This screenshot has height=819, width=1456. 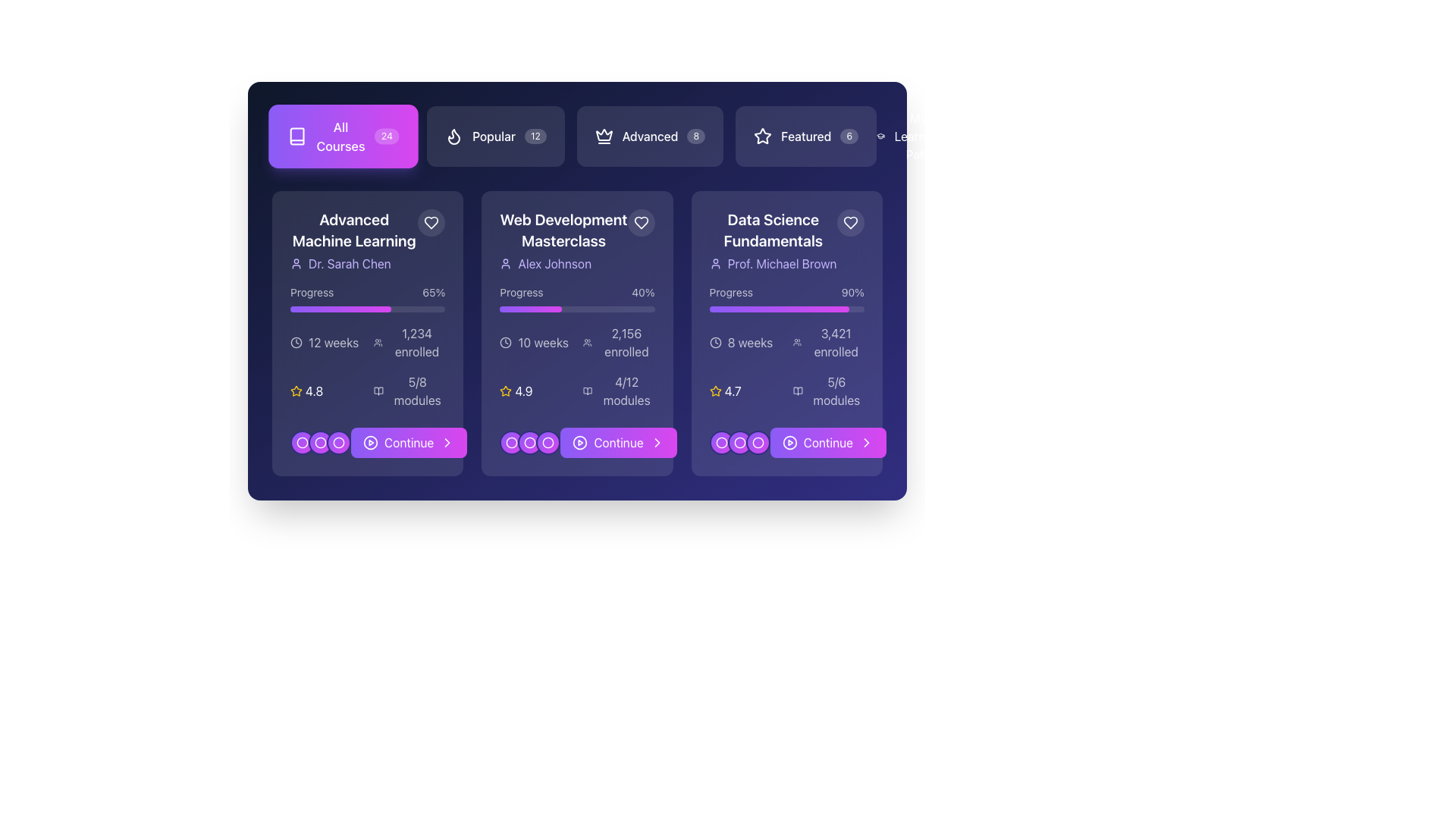 What do you see at coordinates (371, 442) in the screenshot?
I see `the Decorative SVG circle located within the 'Continue' button area of the 'Advanced Machine Learning' course card, which resembles a play icon` at bounding box center [371, 442].